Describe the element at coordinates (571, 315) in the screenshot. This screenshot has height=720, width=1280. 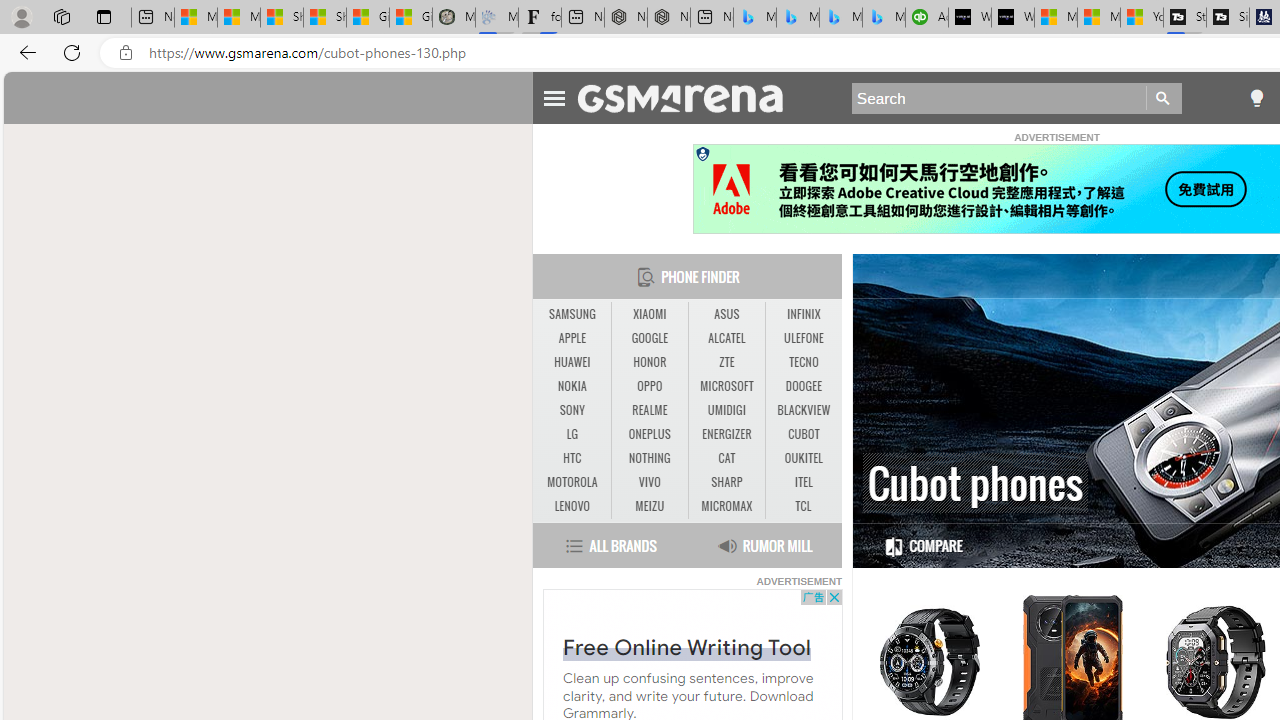
I see `'SAMSUNG'` at that location.